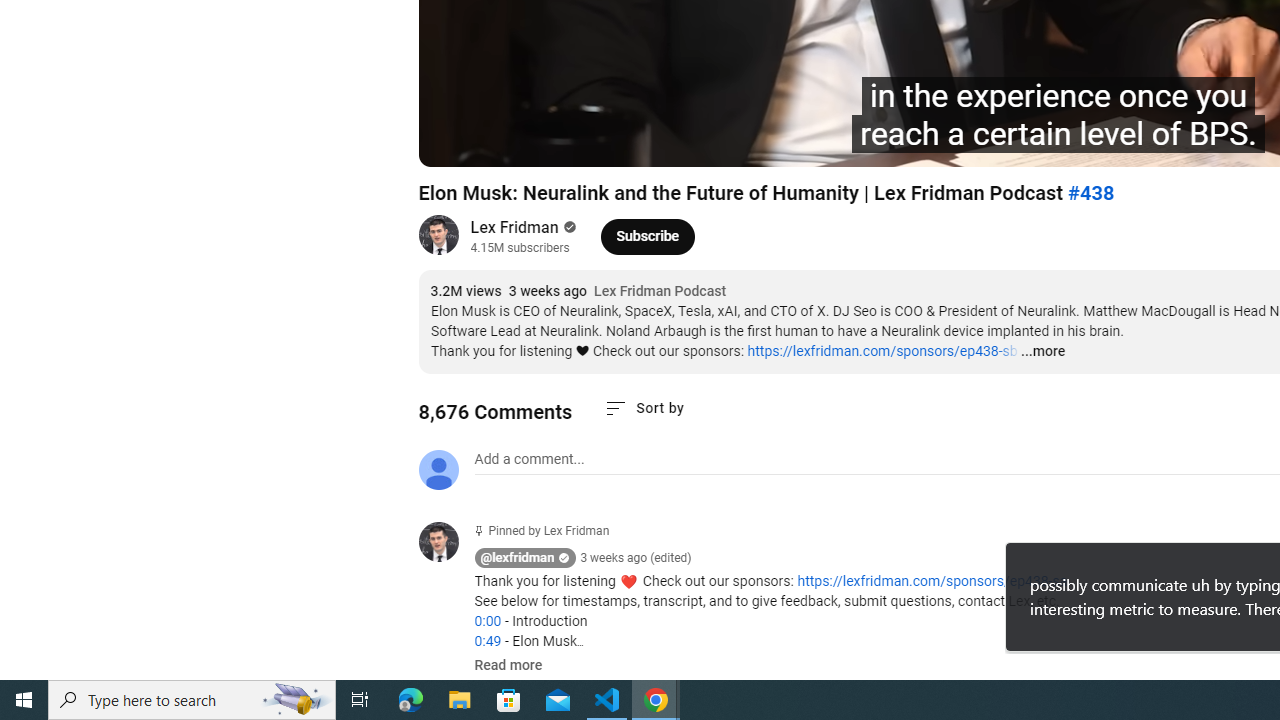  What do you see at coordinates (515, 226) in the screenshot?
I see `'Lex Fridman'` at bounding box center [515, 226].